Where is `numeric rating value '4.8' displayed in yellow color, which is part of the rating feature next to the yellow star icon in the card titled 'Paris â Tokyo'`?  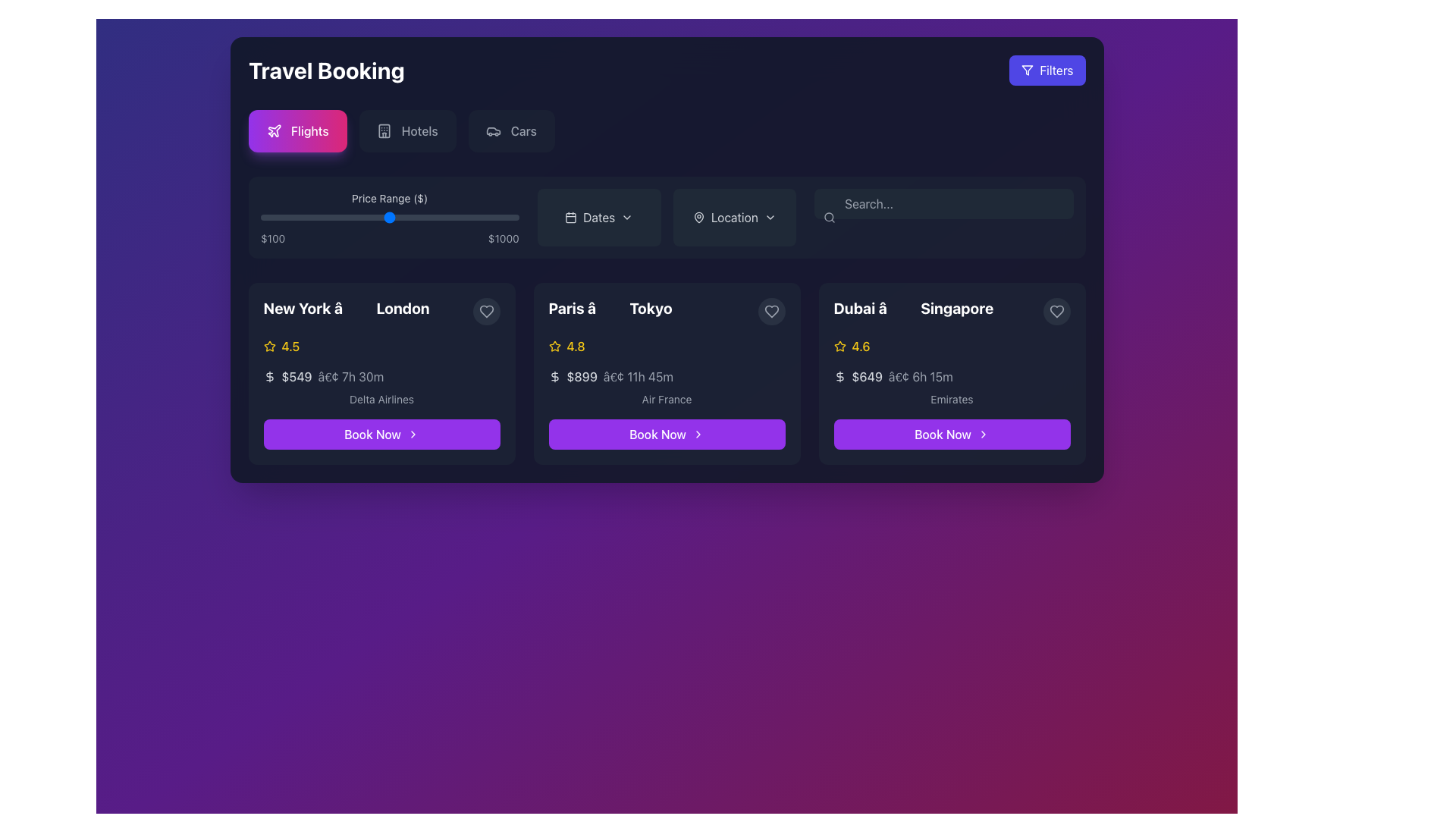 numeric rating value '4.8' displayed in yellow color, which is part of the rating feature next to the yellow star icon in the card titled 'Paris â Tokyo' is located at coordinates (575, 346).